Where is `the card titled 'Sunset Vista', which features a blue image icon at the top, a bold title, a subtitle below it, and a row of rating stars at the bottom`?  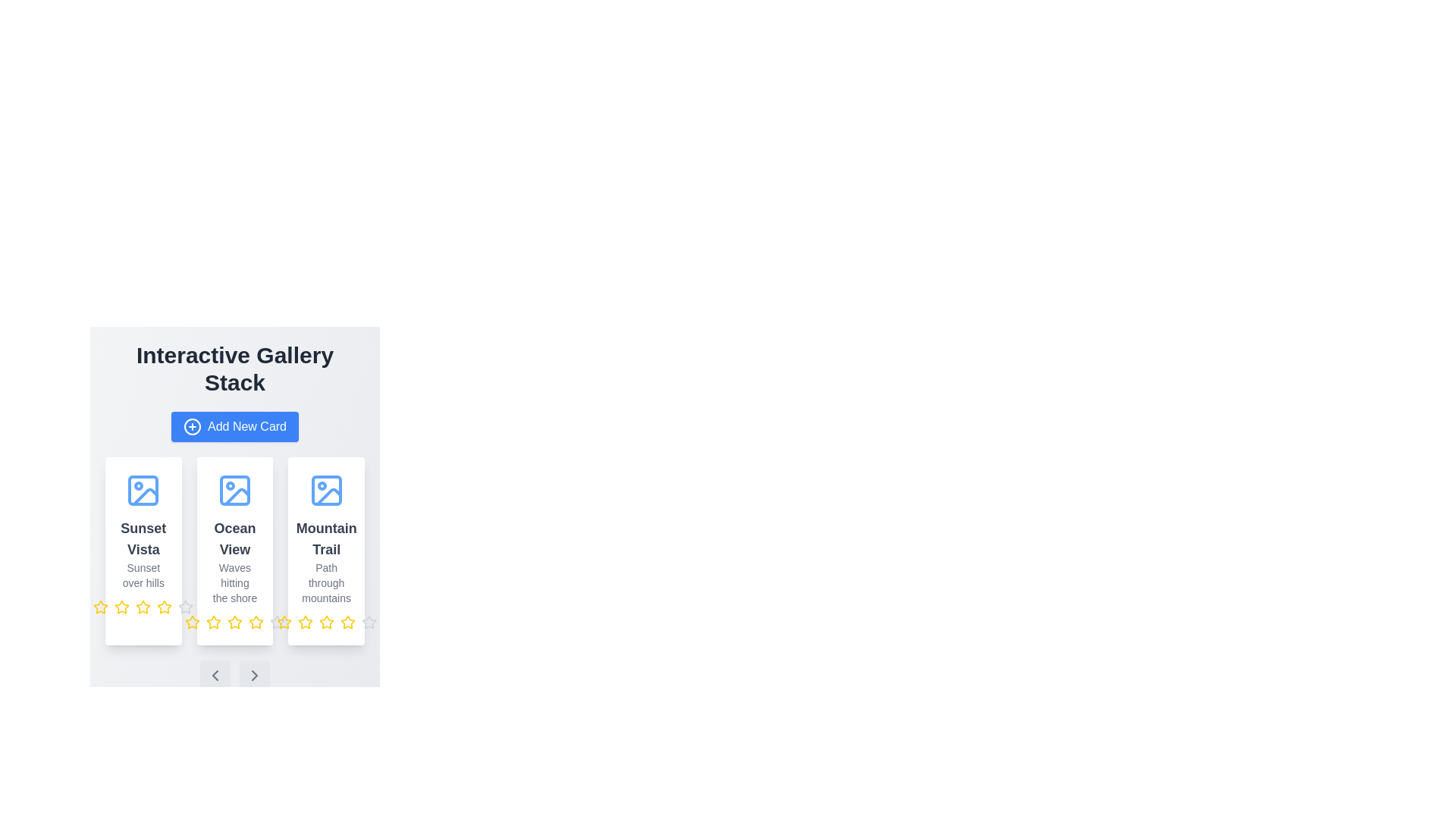
the card titled 'Sunset Vista', which features a blue image icon at the top, a bold title, a subtitle below it, and a row of rating stars at the bottom is located at coordinates (143, 551).